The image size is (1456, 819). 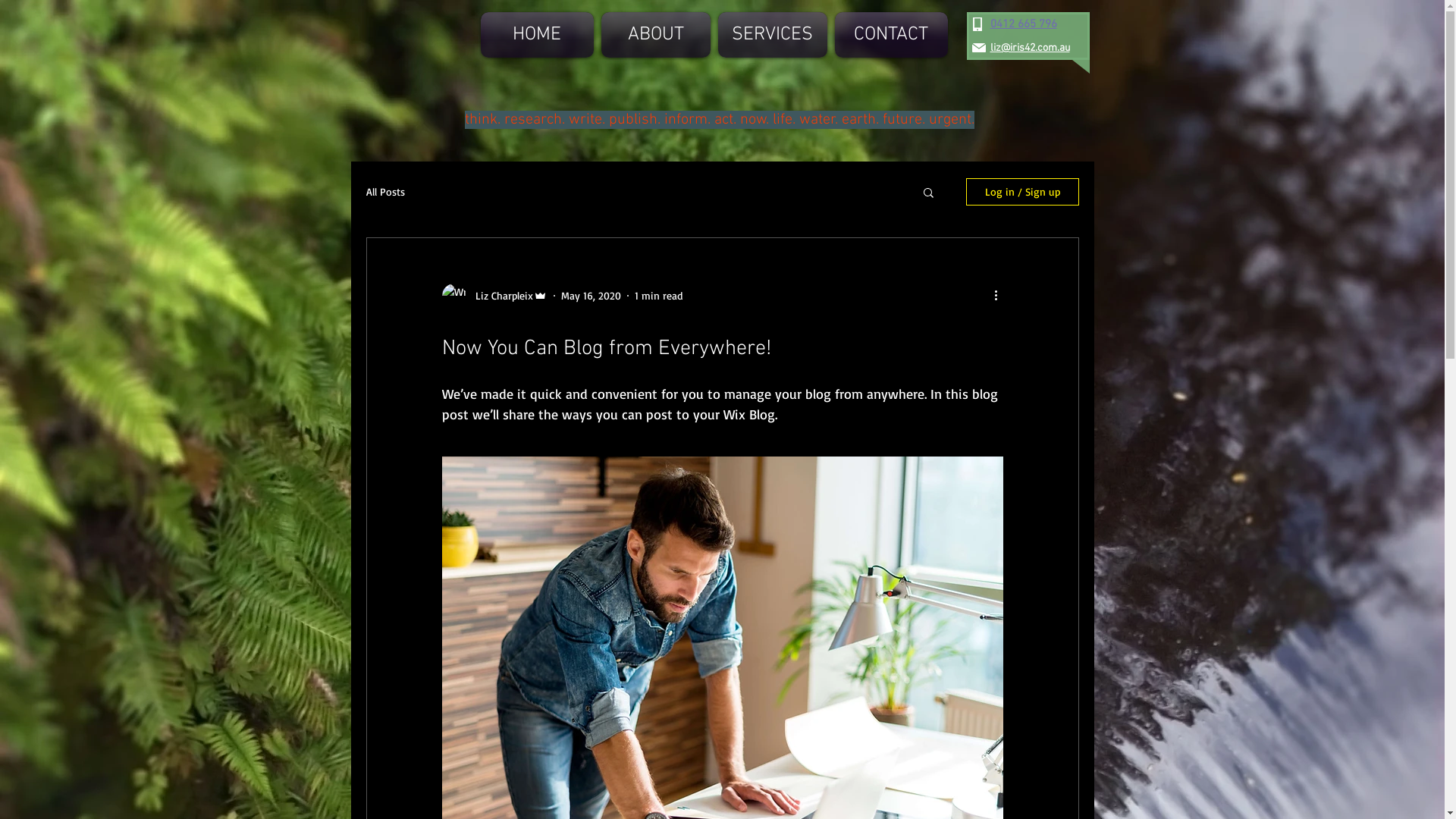 I want to click on 'SERVICES', so click(x=772, y=34).